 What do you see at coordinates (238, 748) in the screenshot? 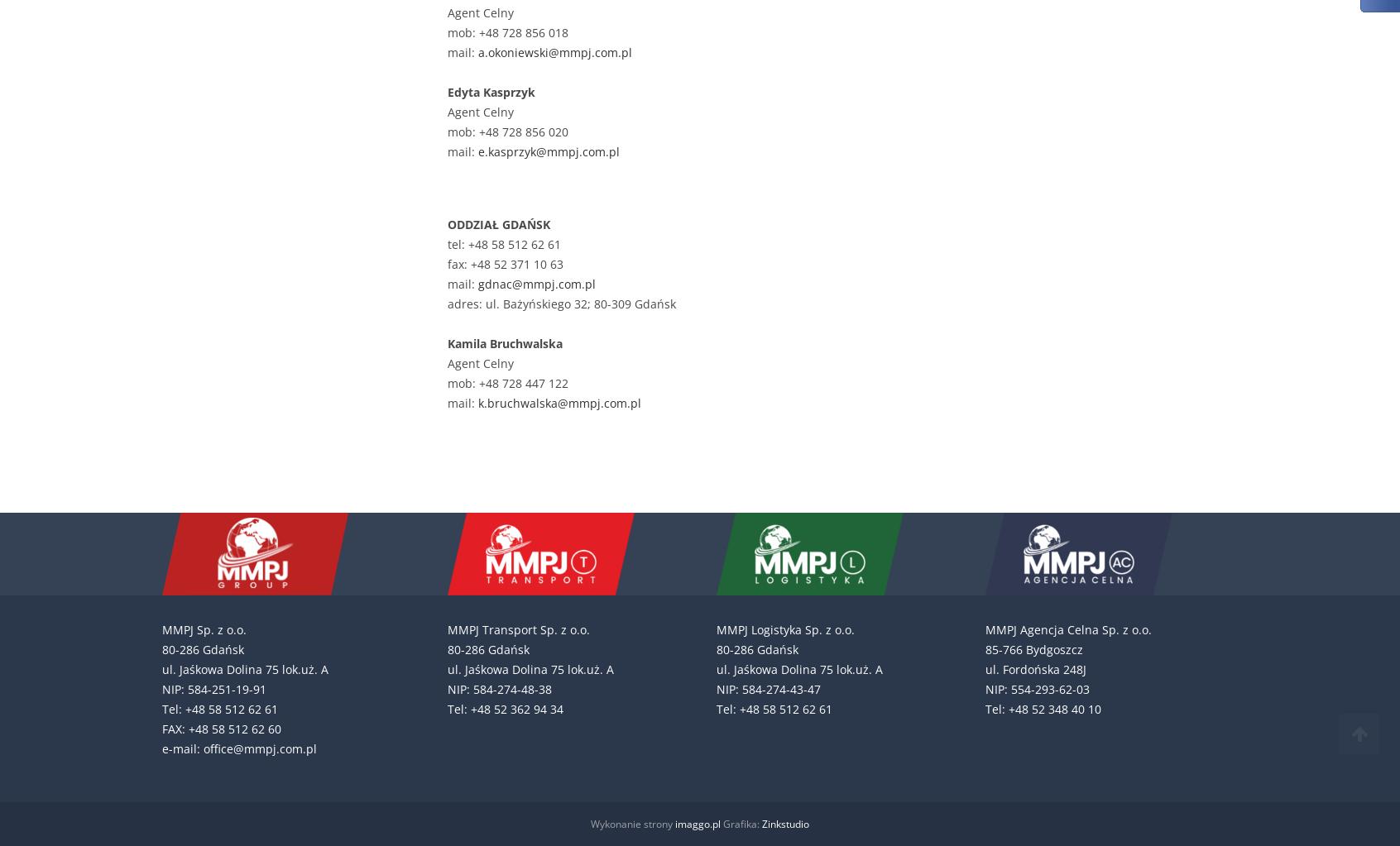
I see `'e-mail: office@mmpj.com.pl'` at bounding box center [238, 748].